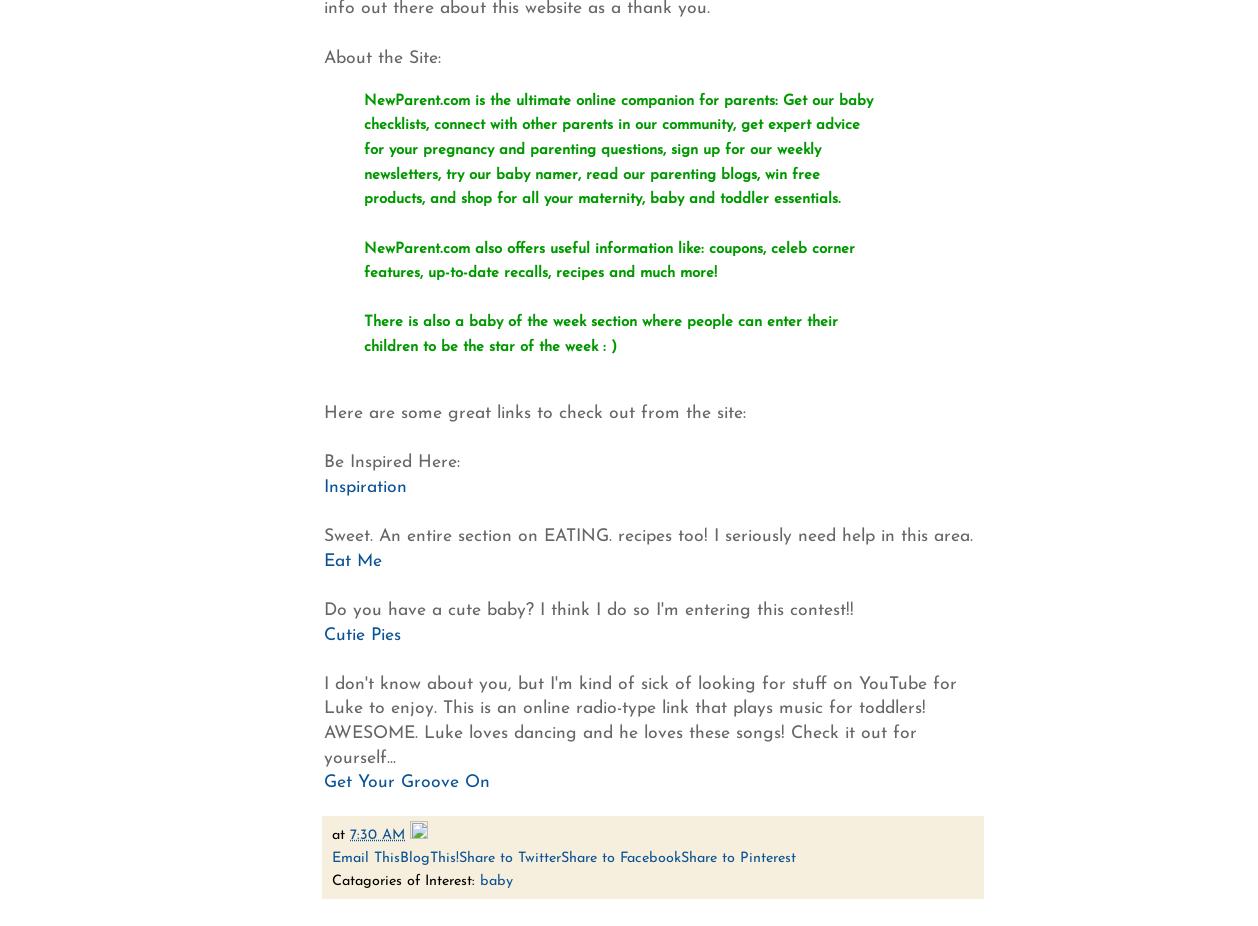  What do you see at coordinates (738, 857) in the screenshot?
I see `'Share to Pinterest'` at bounding box center [738, 857].